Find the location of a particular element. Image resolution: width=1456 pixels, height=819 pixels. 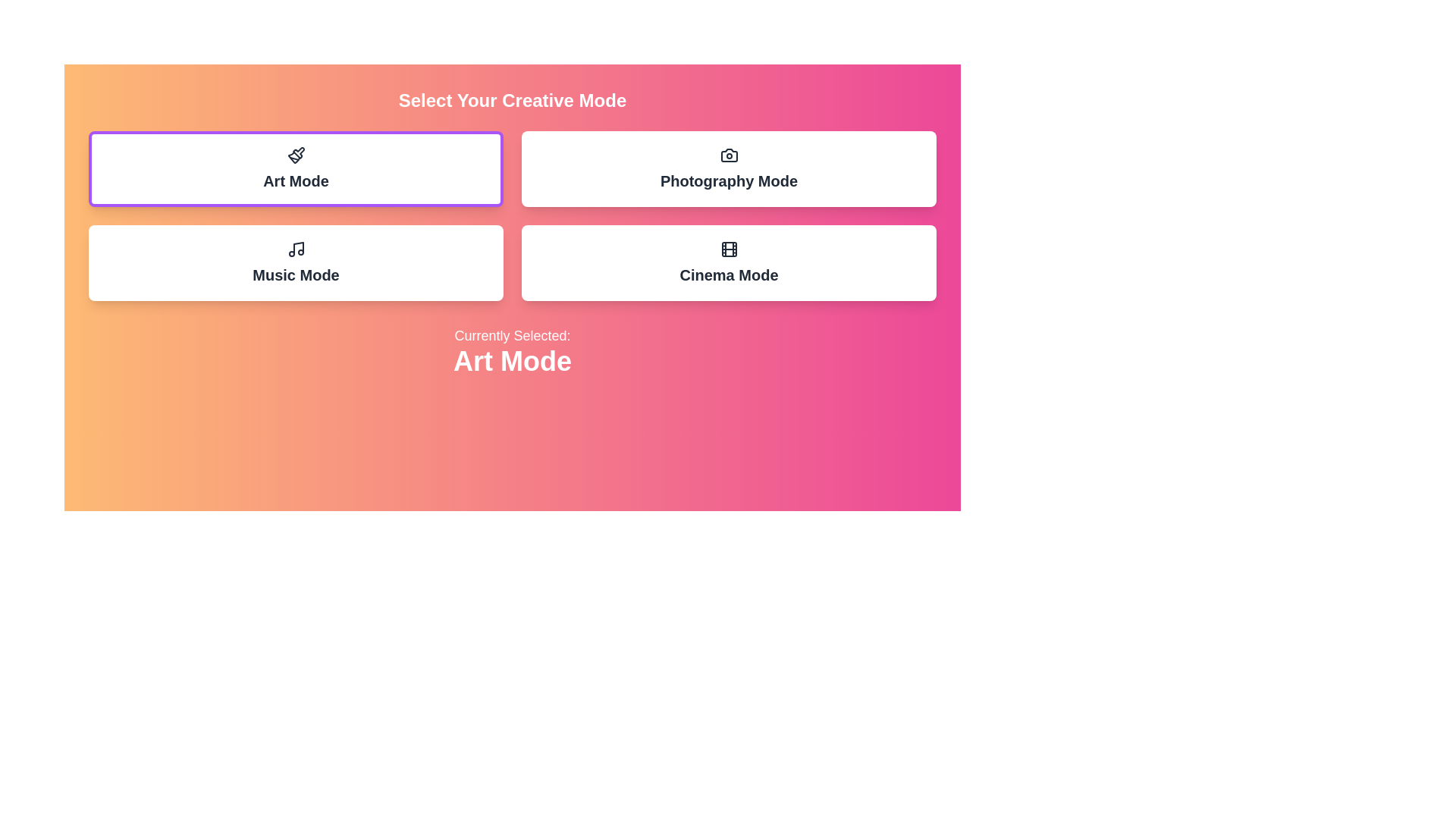

the button corresponding to Photography Mode to select it is located at coordinates (729, 169).